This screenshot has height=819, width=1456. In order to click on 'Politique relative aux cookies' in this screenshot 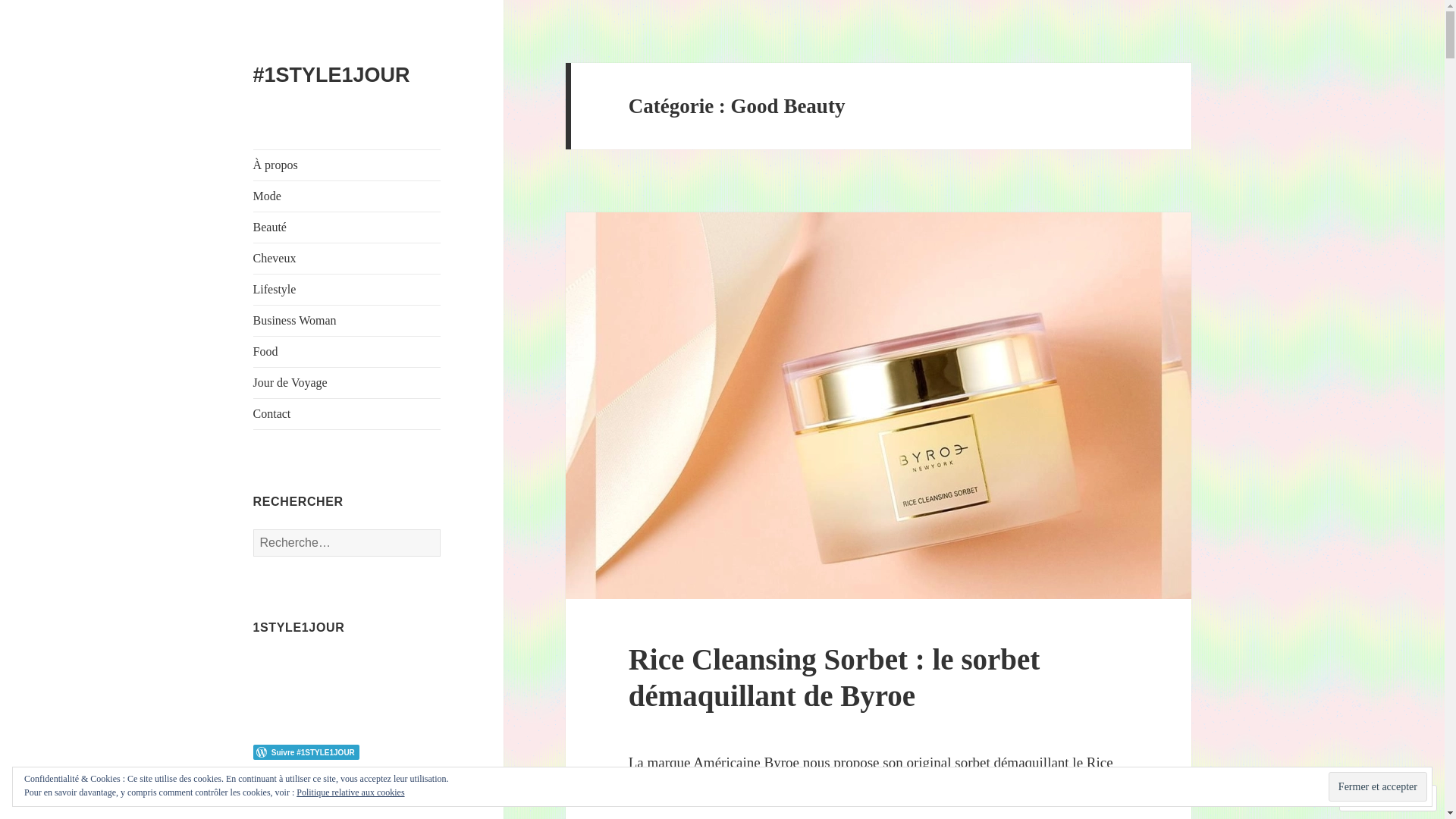, I will do `click(349, 792)`.